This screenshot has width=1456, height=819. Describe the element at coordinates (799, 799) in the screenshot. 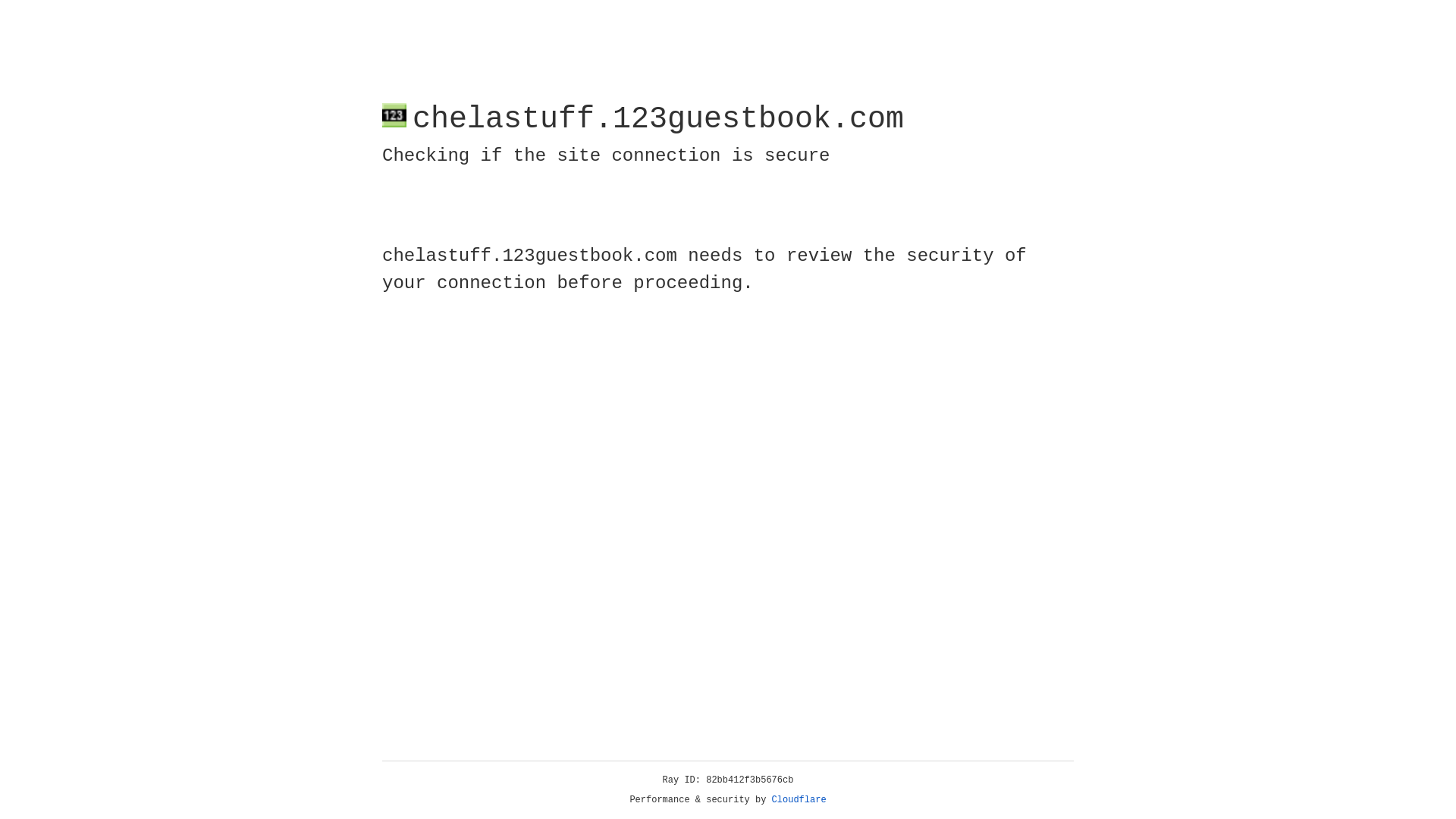

I see `'Cloudflare'` at that location.